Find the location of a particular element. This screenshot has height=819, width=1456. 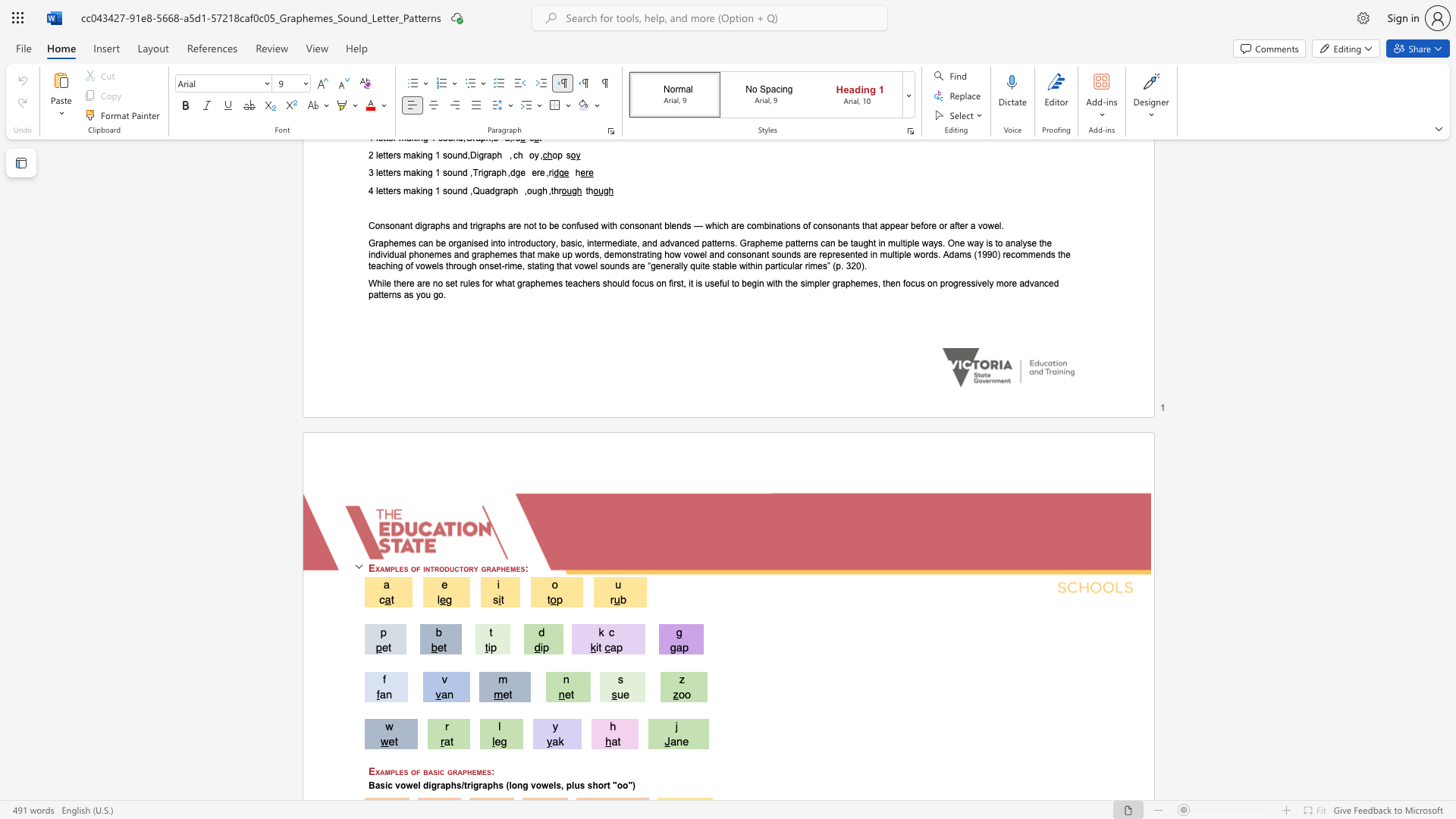

the 1th character "f" in the text is located at coordinates (418, 568).